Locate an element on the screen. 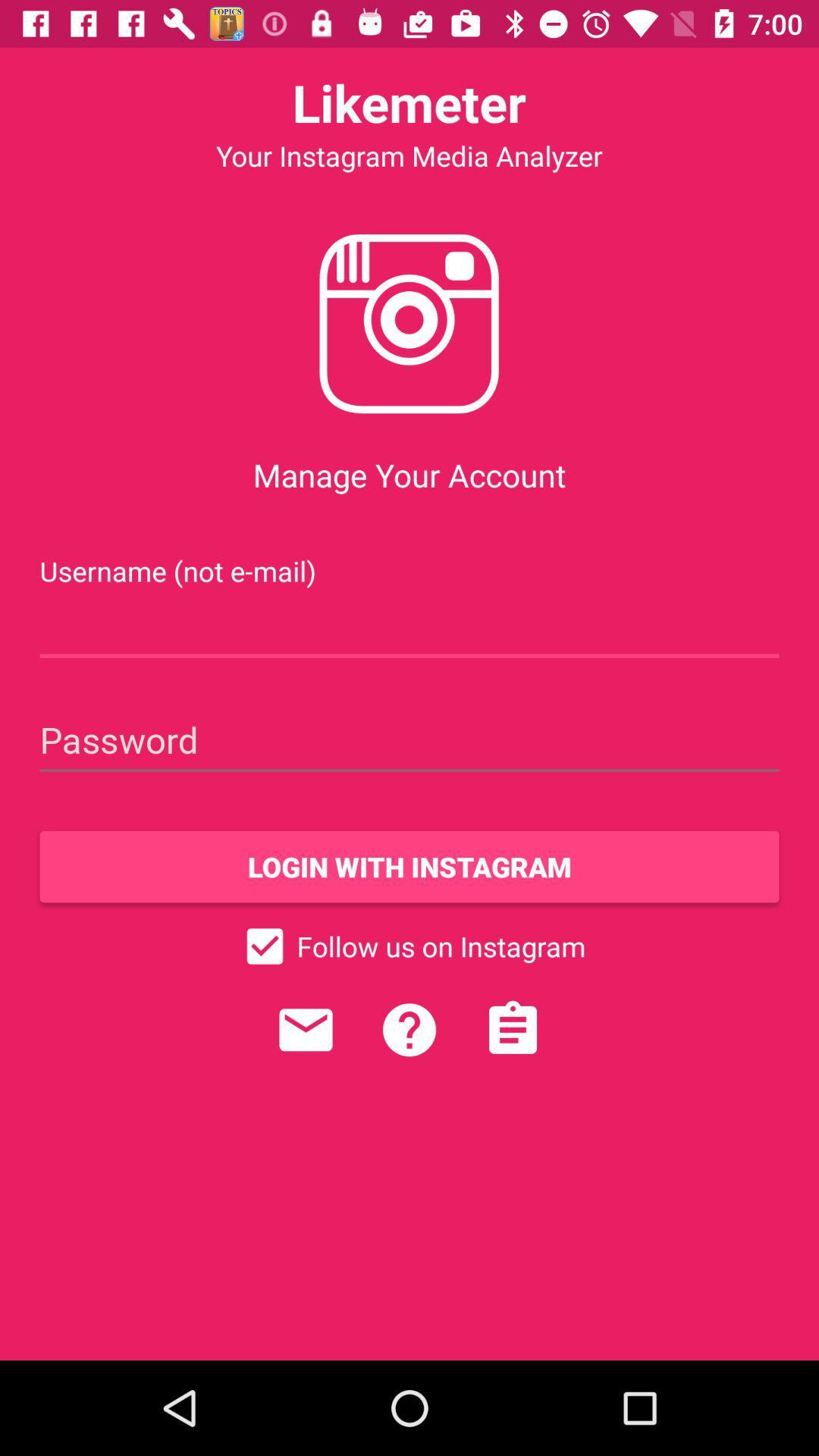 The image size is (819, 1456). contact customer service is located at coordinates (306, 1030).